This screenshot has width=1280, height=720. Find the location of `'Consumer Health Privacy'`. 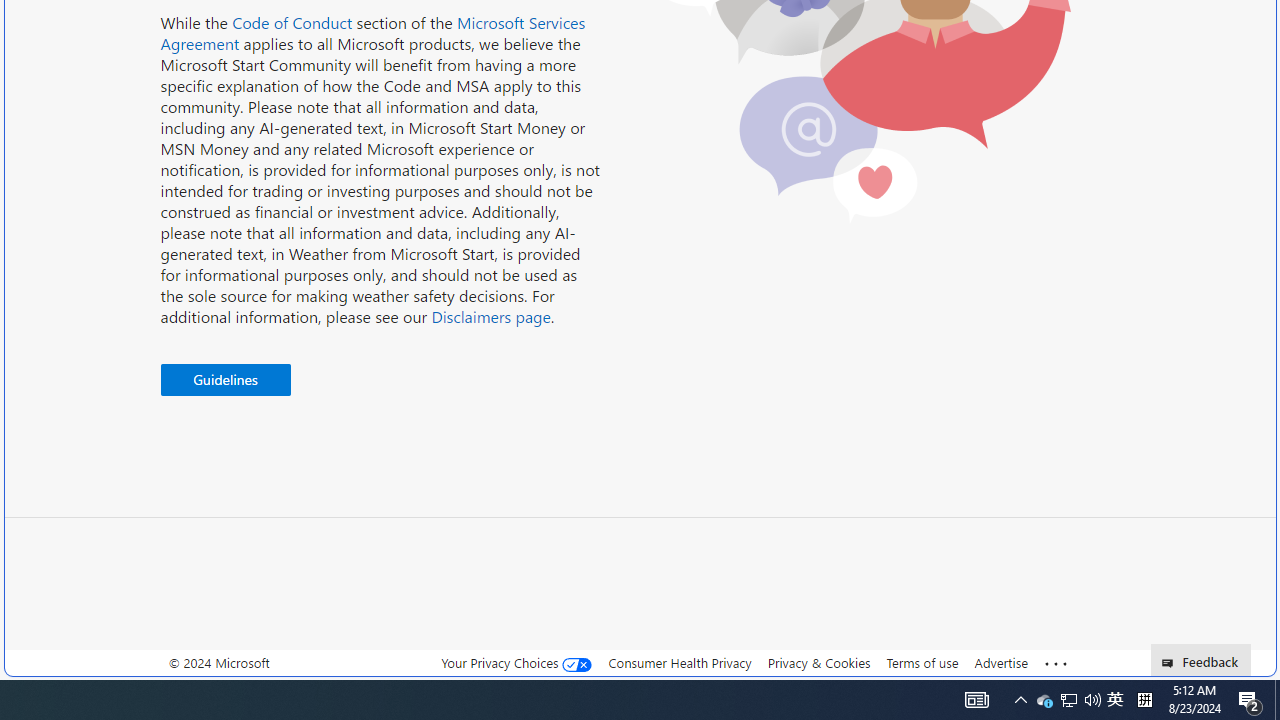

'Consumer Health Privacy' is located at coordinates (680, 663).